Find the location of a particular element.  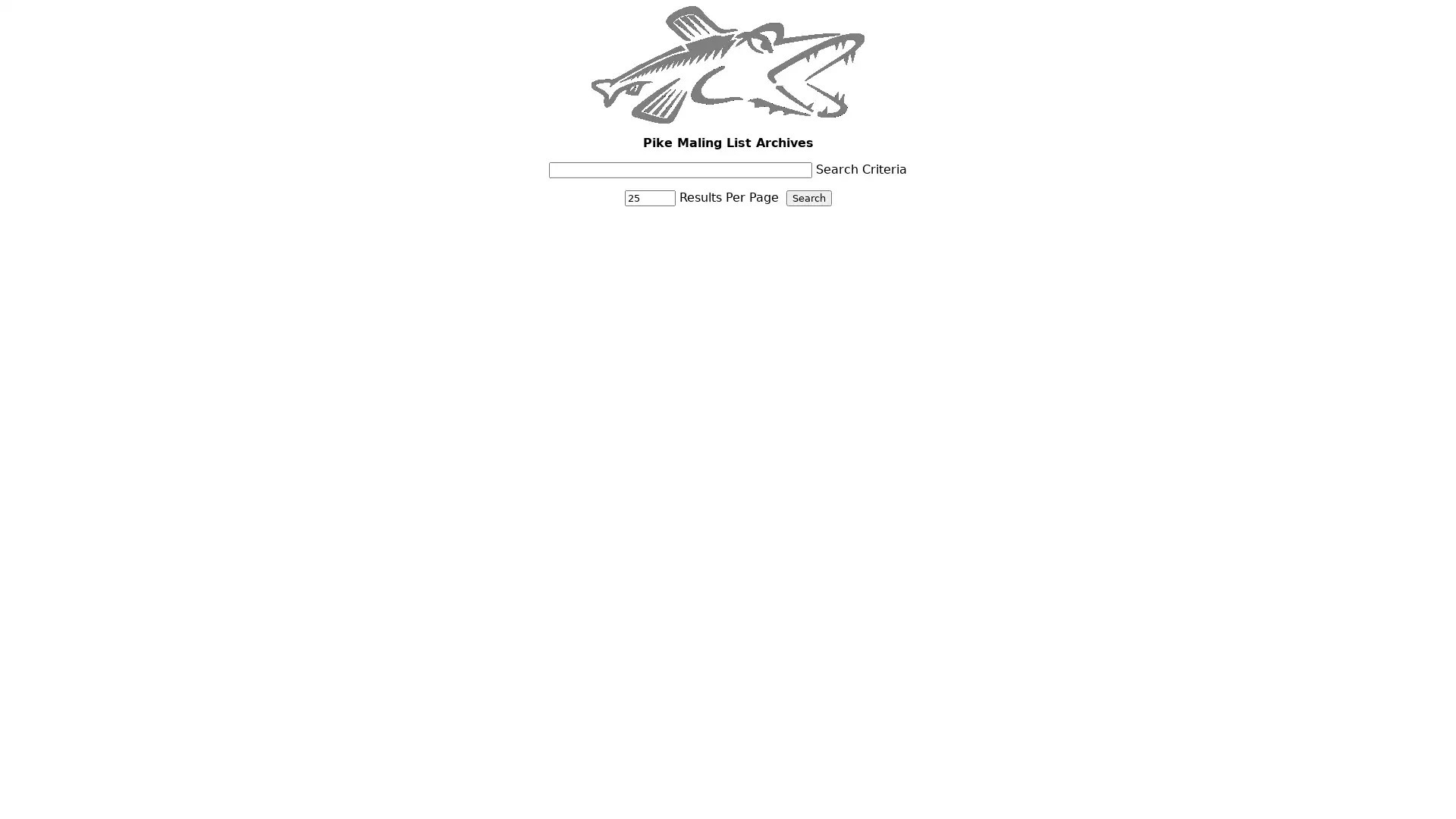

Search is located at coordinates (807, 197).